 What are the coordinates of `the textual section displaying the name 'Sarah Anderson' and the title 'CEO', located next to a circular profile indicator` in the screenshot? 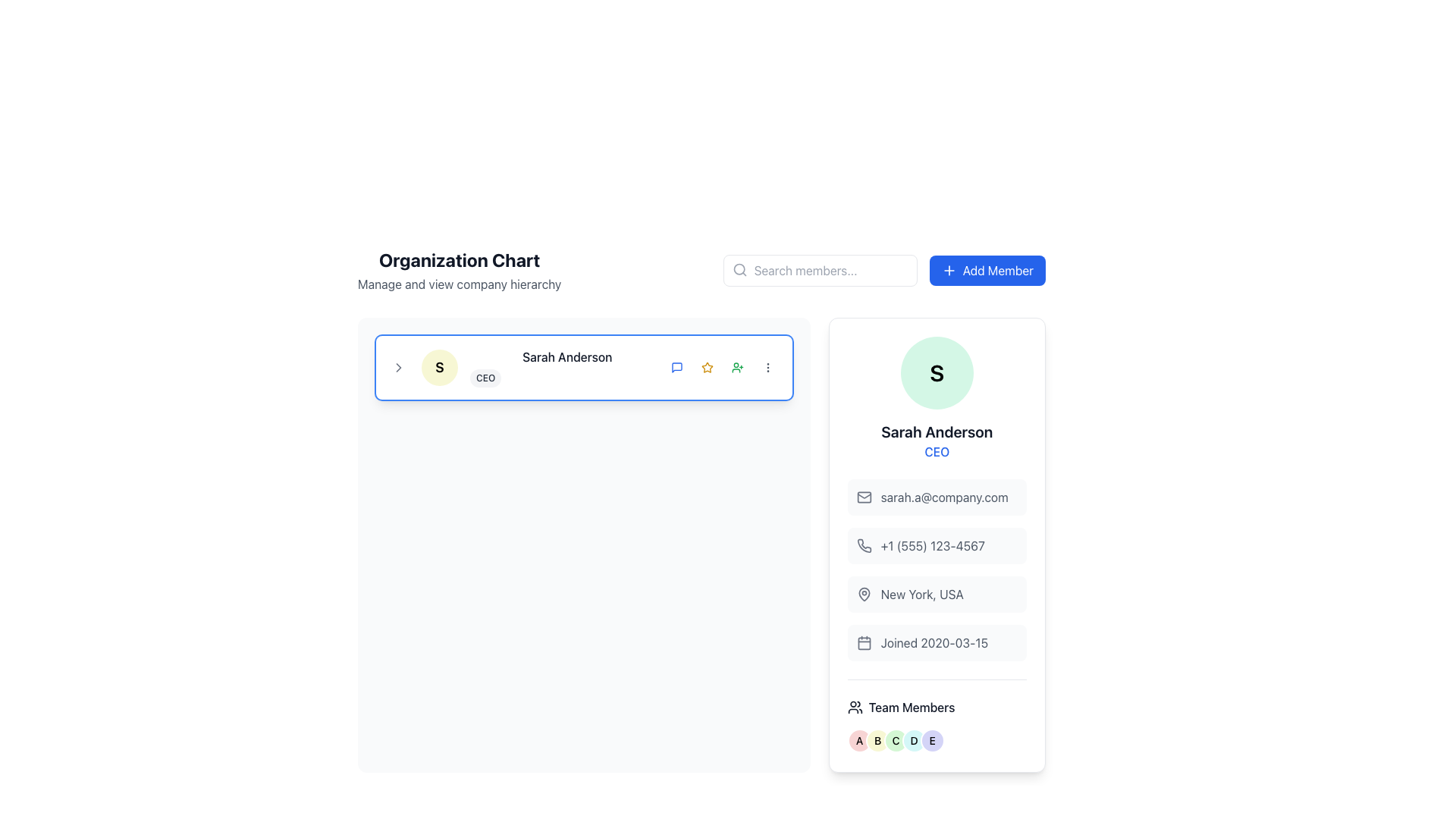 It's located at (583, 368).